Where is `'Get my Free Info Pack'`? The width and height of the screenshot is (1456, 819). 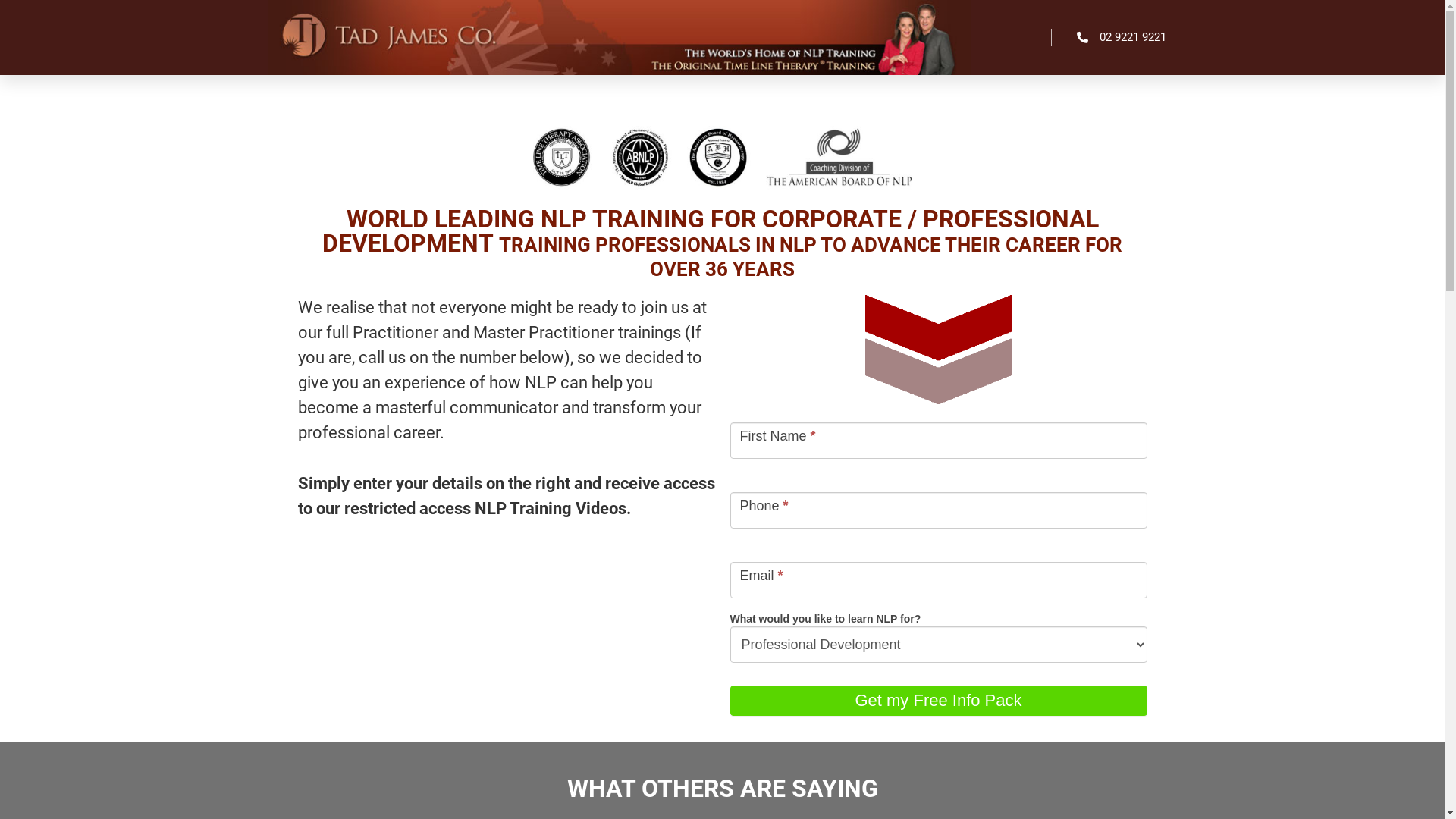 'Get my Free Info Pack' is located at coordinates (937, 701).